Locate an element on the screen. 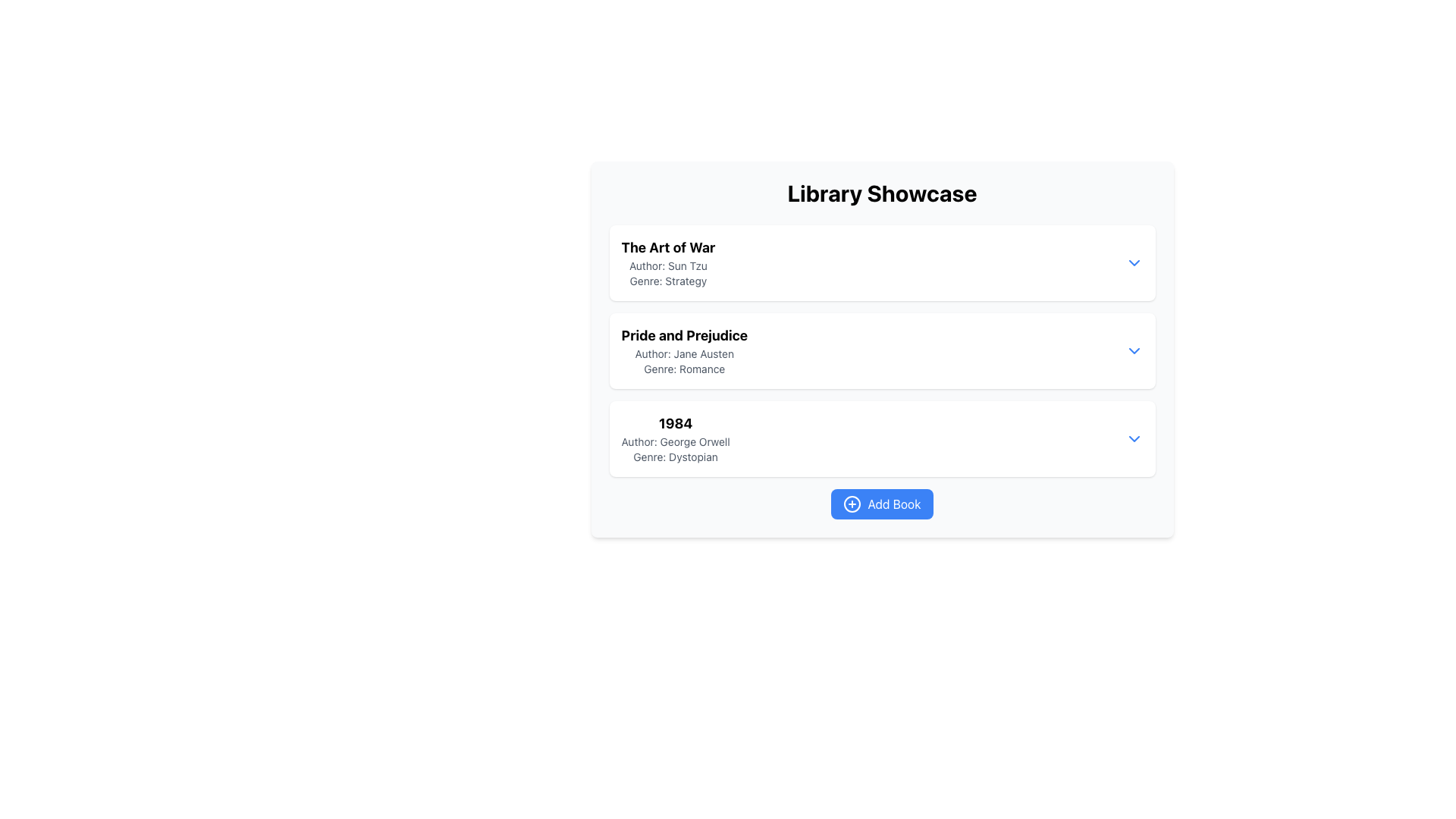 This screenshot has width=1456, height=819. the text label displaying 'Genre: Strategy' located below 'Author: Sun Tzu' in the first book card is located at coordinates (667, 281).